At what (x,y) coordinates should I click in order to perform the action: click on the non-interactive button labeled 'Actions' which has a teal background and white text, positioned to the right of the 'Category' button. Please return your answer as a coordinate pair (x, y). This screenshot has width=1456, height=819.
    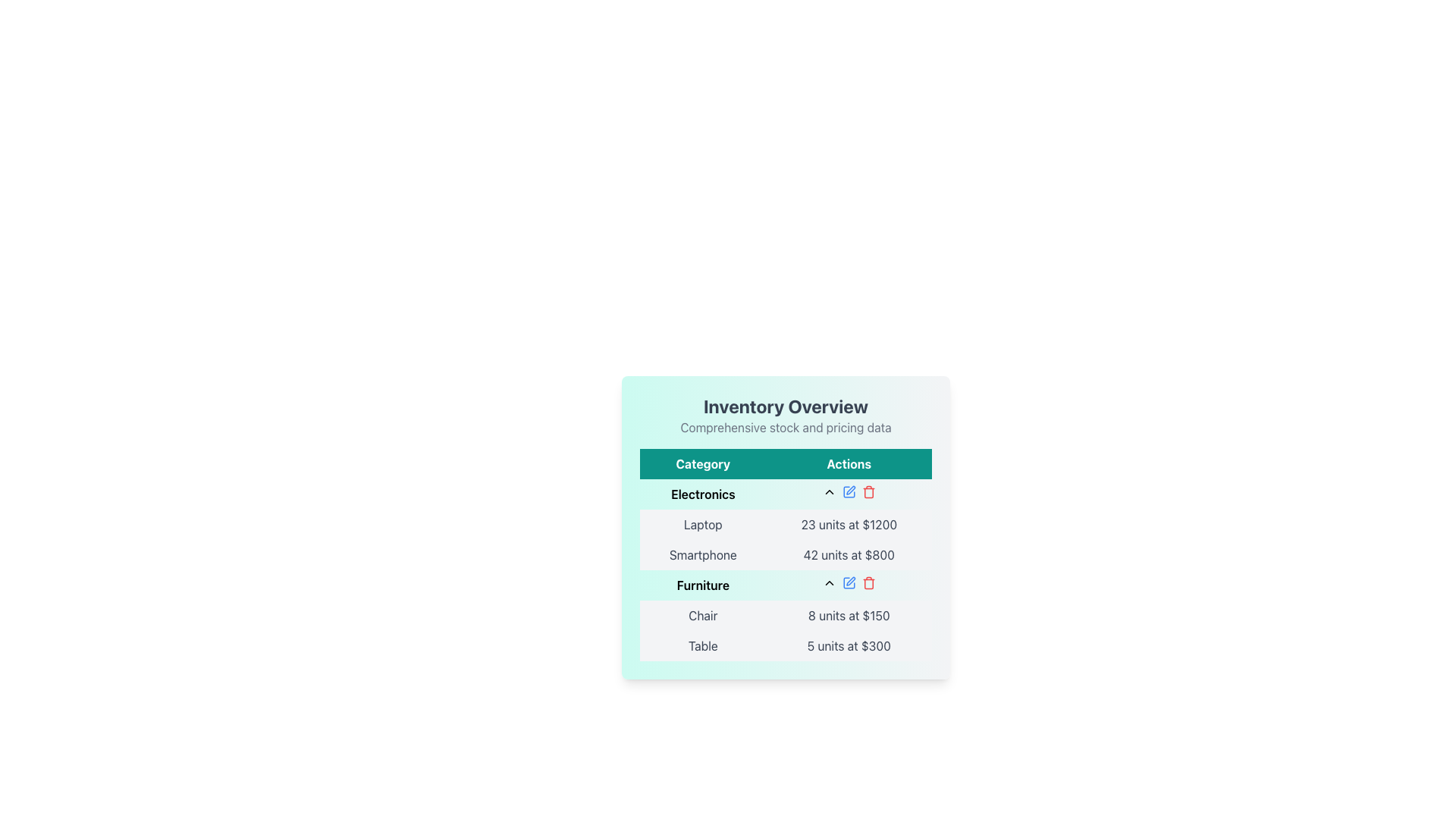
    Looking at the image, I should click on (848, 463).